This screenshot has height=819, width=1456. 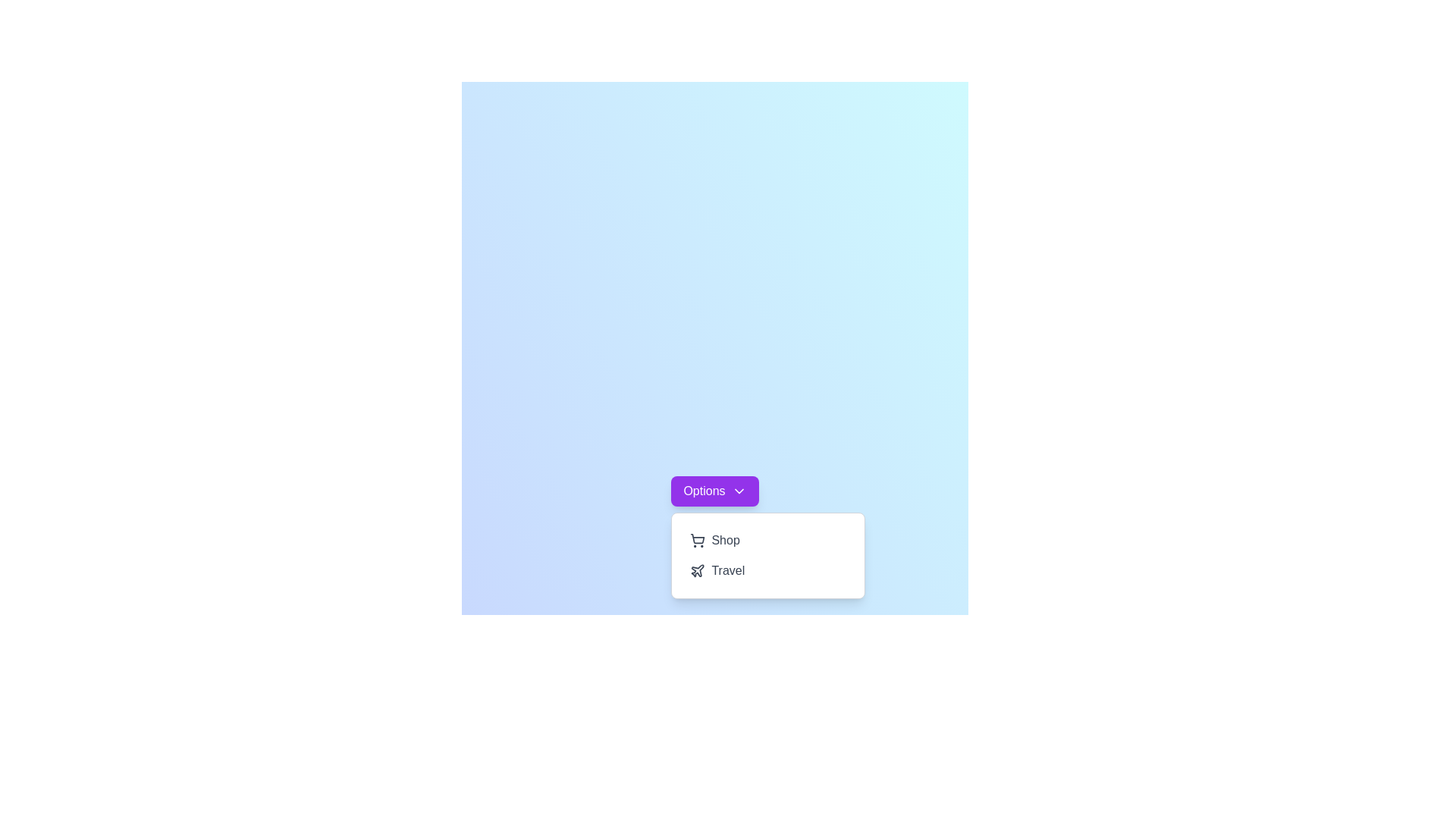 What do you see at coordinates (739, 491) in the screenshot?
I see `the dropdown indicator icon (SVG) located on the right side of the 'Options' button` at bounding box center [739, 491].